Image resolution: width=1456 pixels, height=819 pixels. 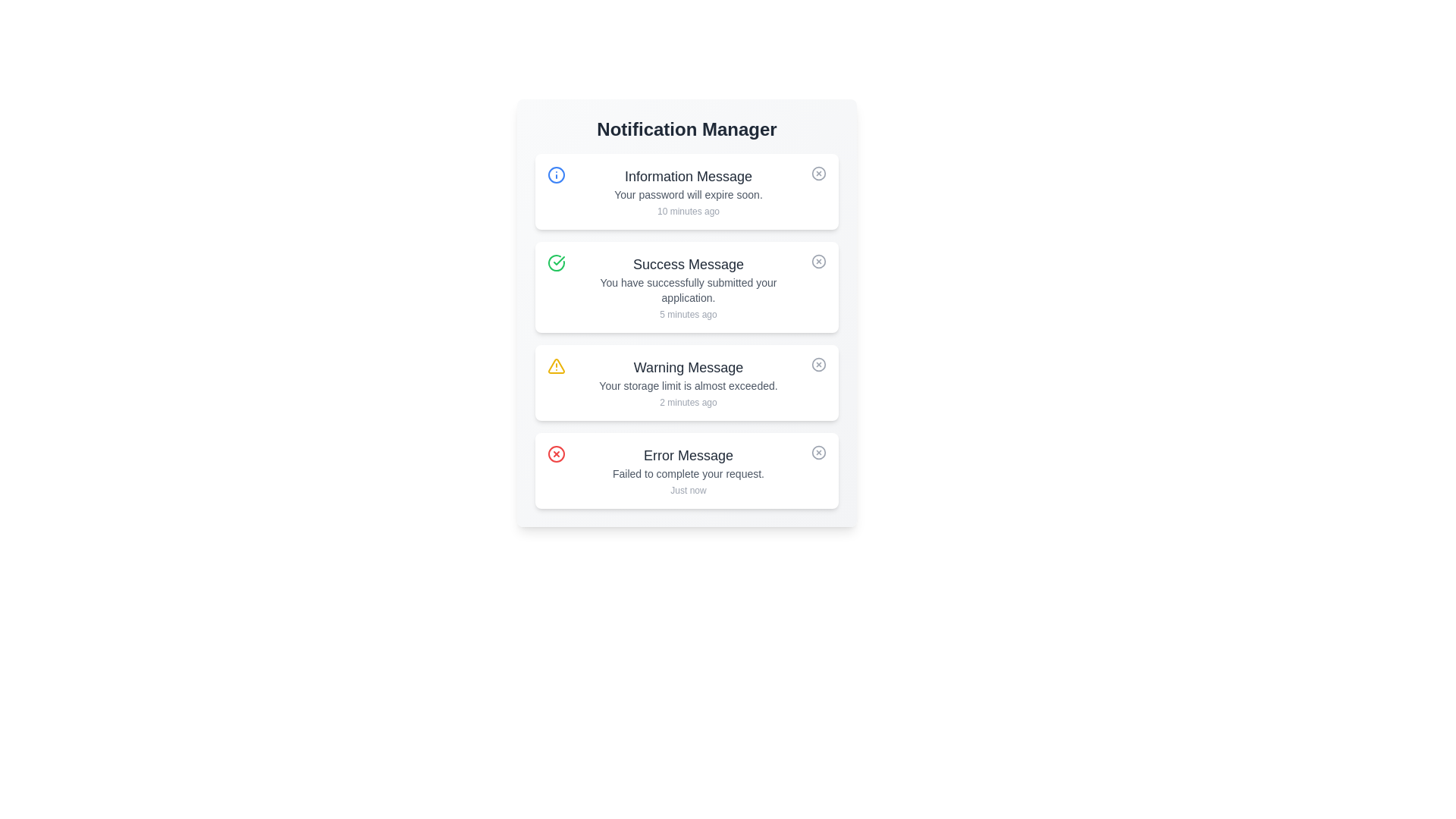 I want to click on static text heading at the top center of the notification panel to gain context for the content below, so click(x=686, y=128).